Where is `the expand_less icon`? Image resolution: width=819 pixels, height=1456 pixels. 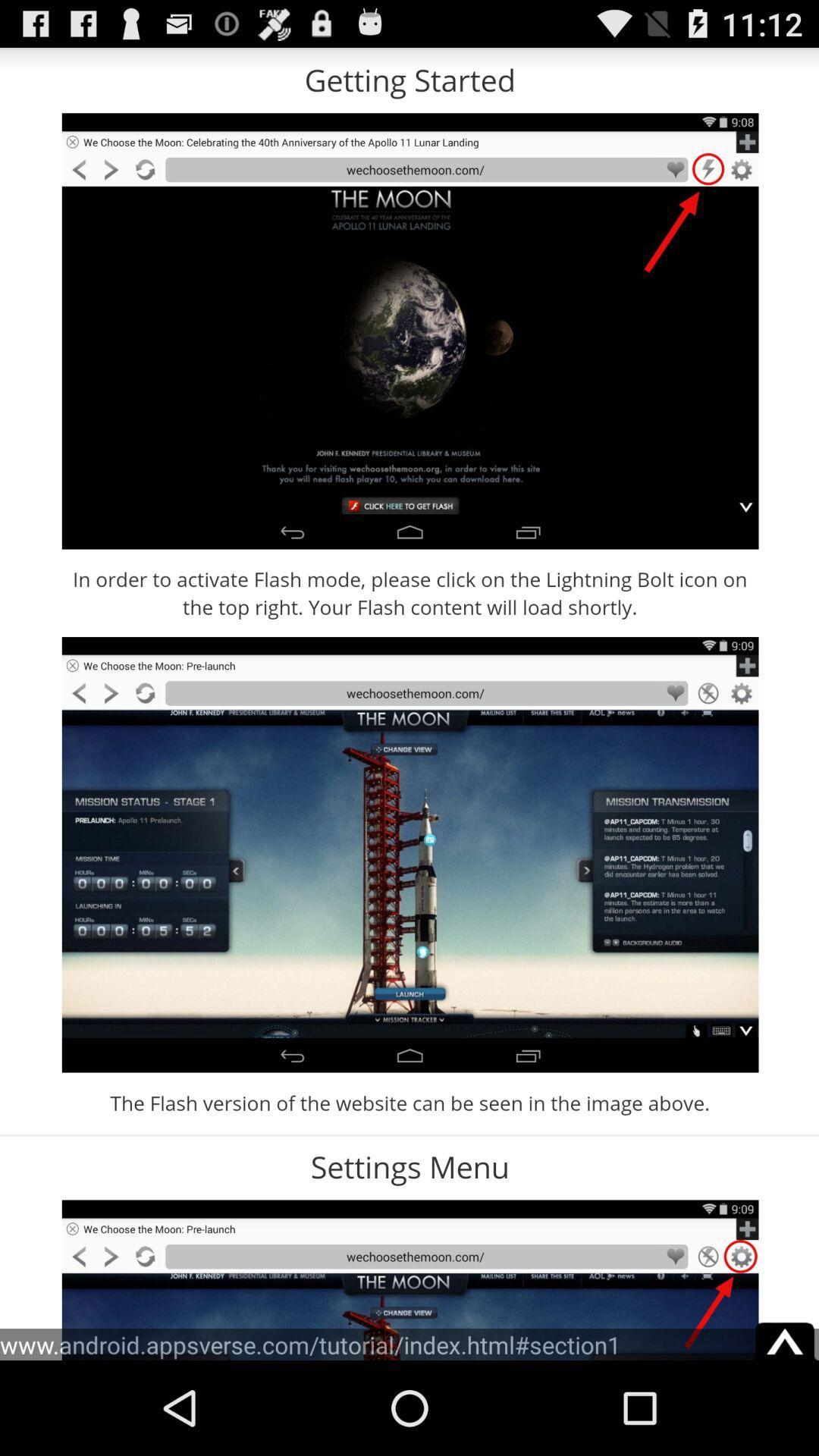 the expand_less icon is located at coordinates (785, 1426).